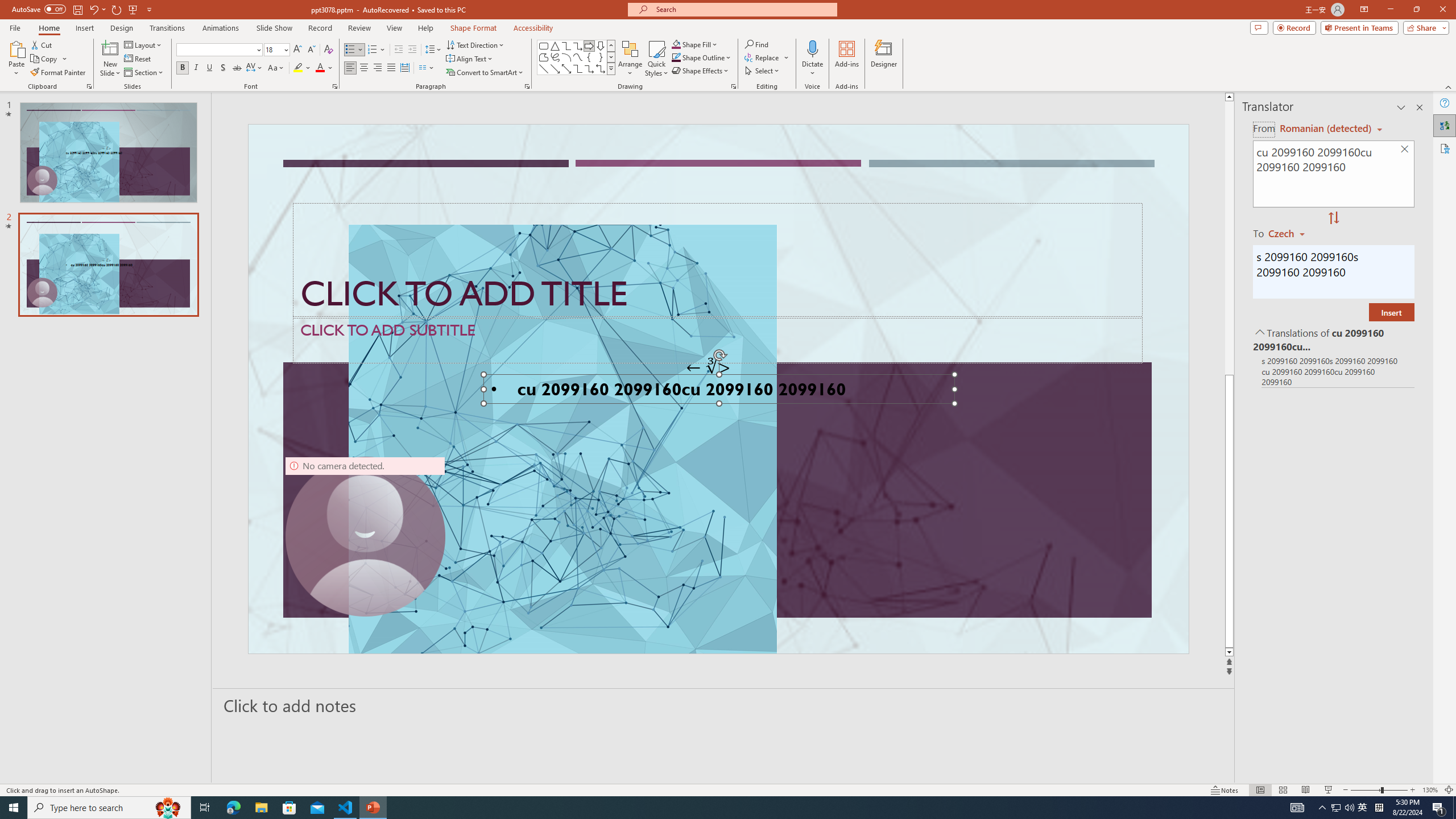  Describe the element at coordinates (565, 68) in the screenshot. I see `'Line Arrow: Double'` at that location.